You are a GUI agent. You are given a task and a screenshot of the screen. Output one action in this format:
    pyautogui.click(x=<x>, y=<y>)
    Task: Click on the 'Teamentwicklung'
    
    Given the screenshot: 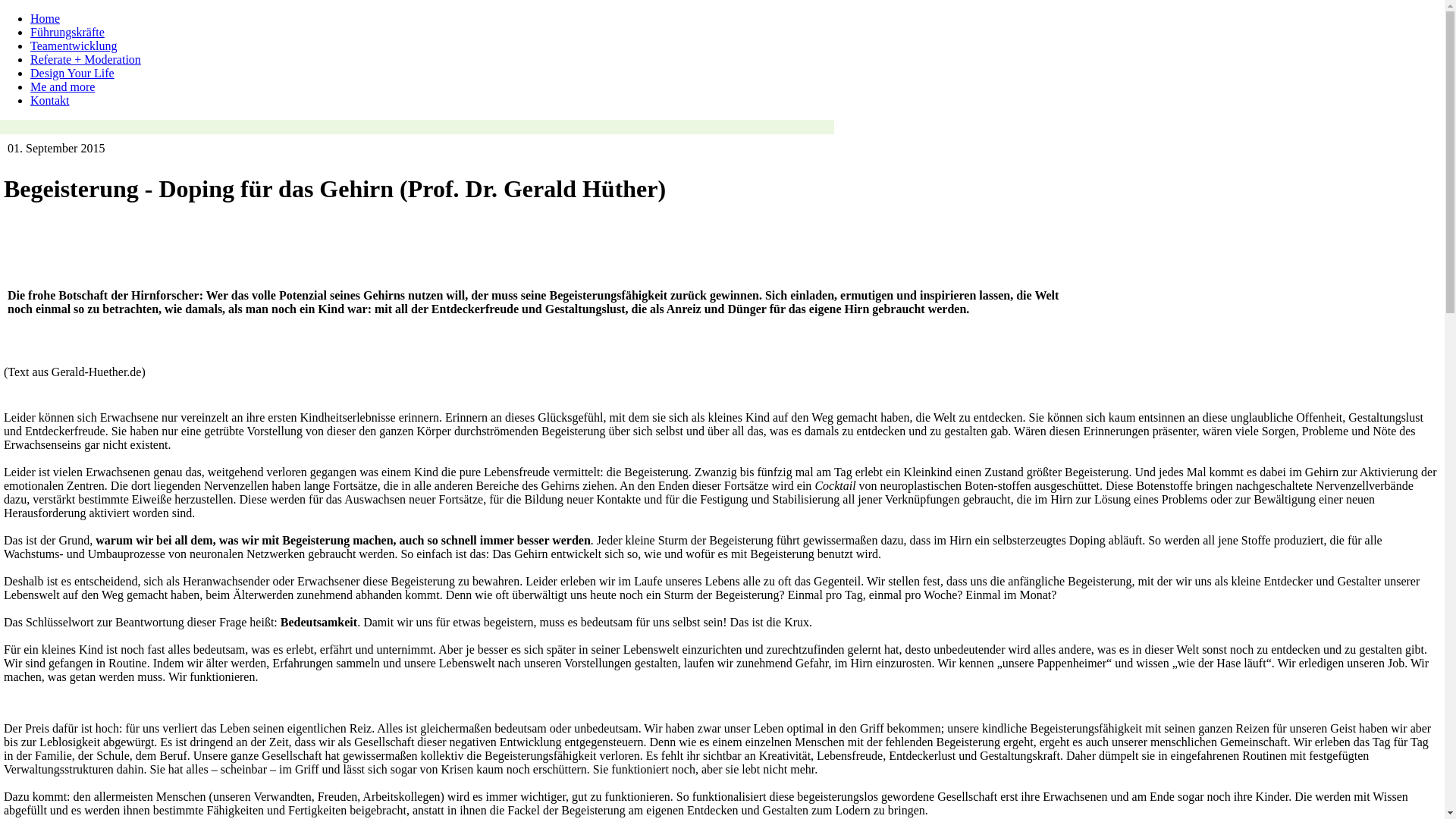 What is the action you would take?
    pyautogui.click(x=72, y=45)
    